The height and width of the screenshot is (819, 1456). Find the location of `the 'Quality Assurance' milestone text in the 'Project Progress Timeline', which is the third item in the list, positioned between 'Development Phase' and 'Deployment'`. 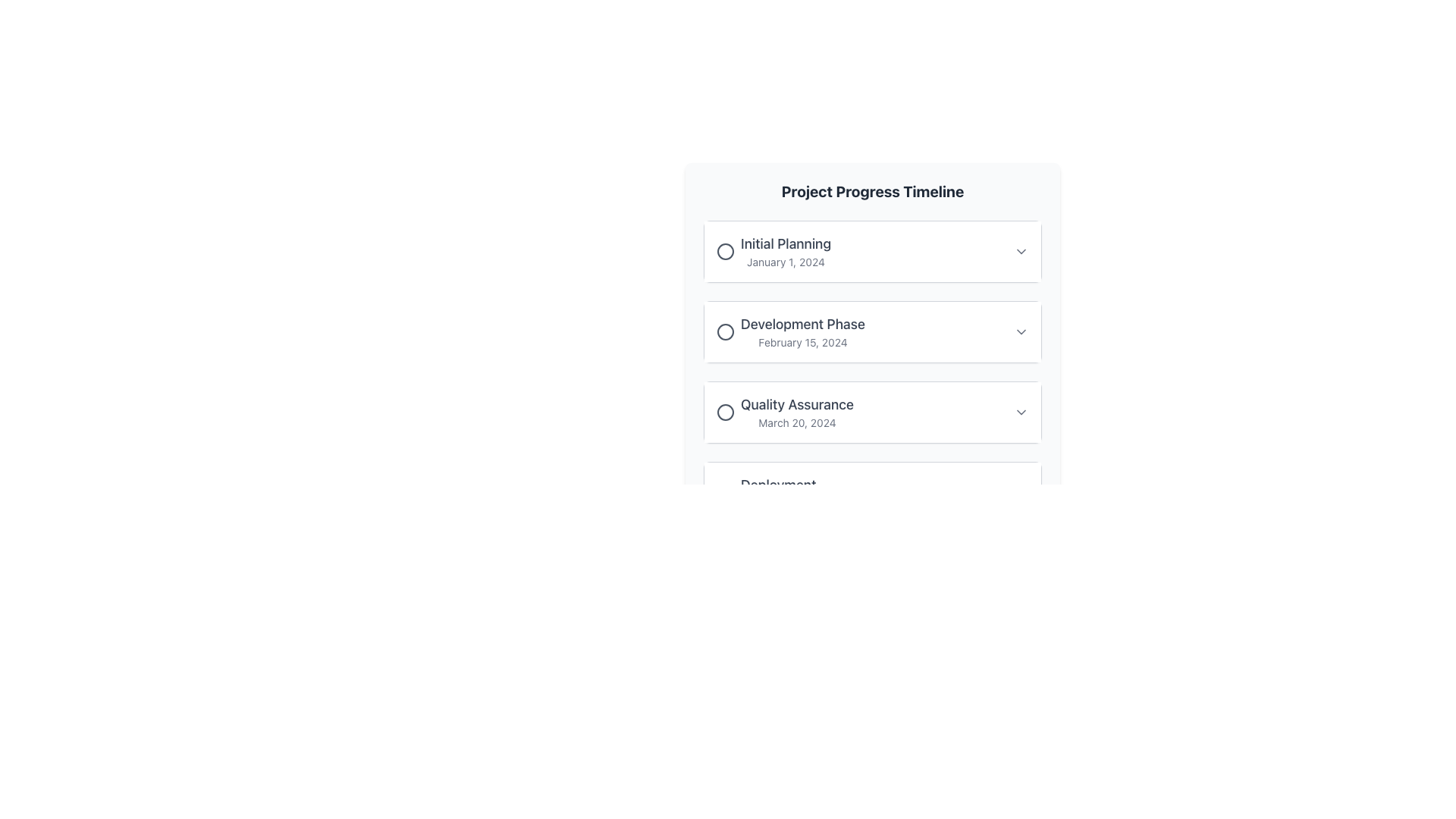

the 'Quality Assurance' milestone text in the 'Project Progress Timeline', which is the third item in the list, positioned between 'Development Phase' and 'Deployment' is located at coordinates (796, 412).